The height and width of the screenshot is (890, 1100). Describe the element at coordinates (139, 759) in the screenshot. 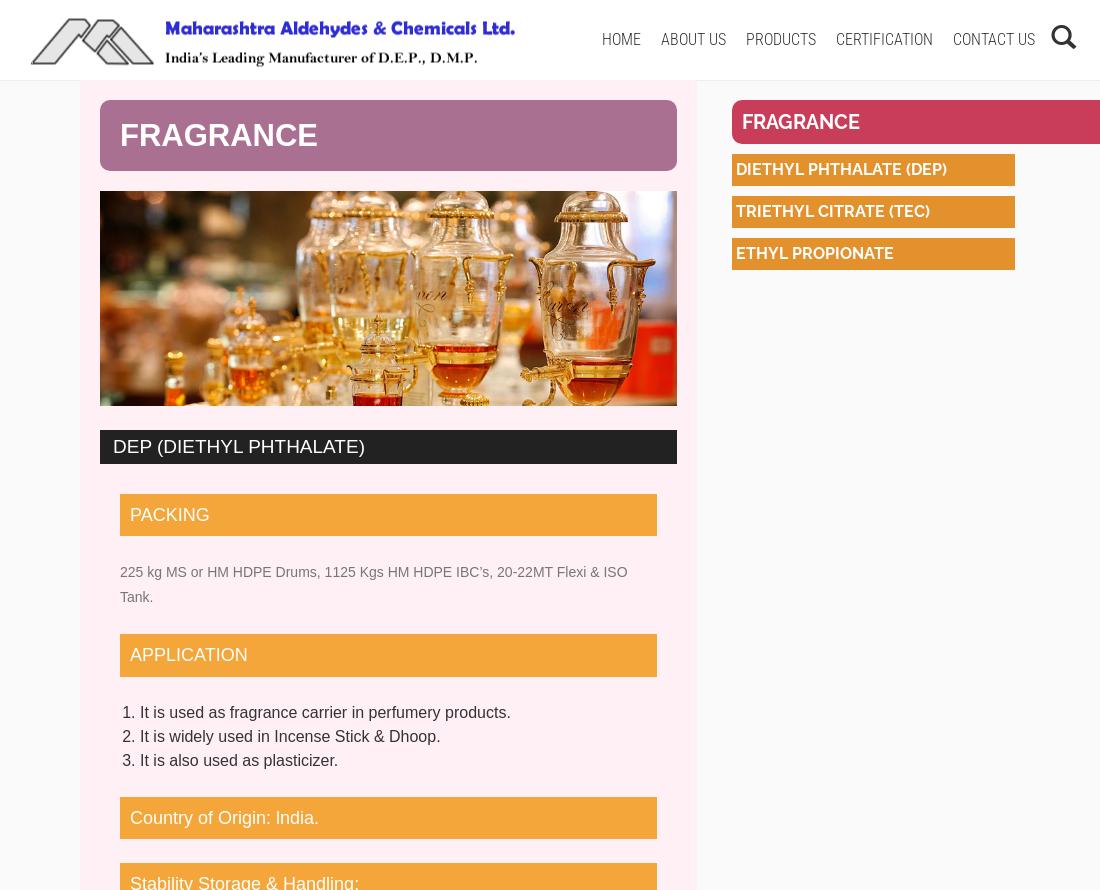

I see `'It is also used as plasticizer.'` at that location.